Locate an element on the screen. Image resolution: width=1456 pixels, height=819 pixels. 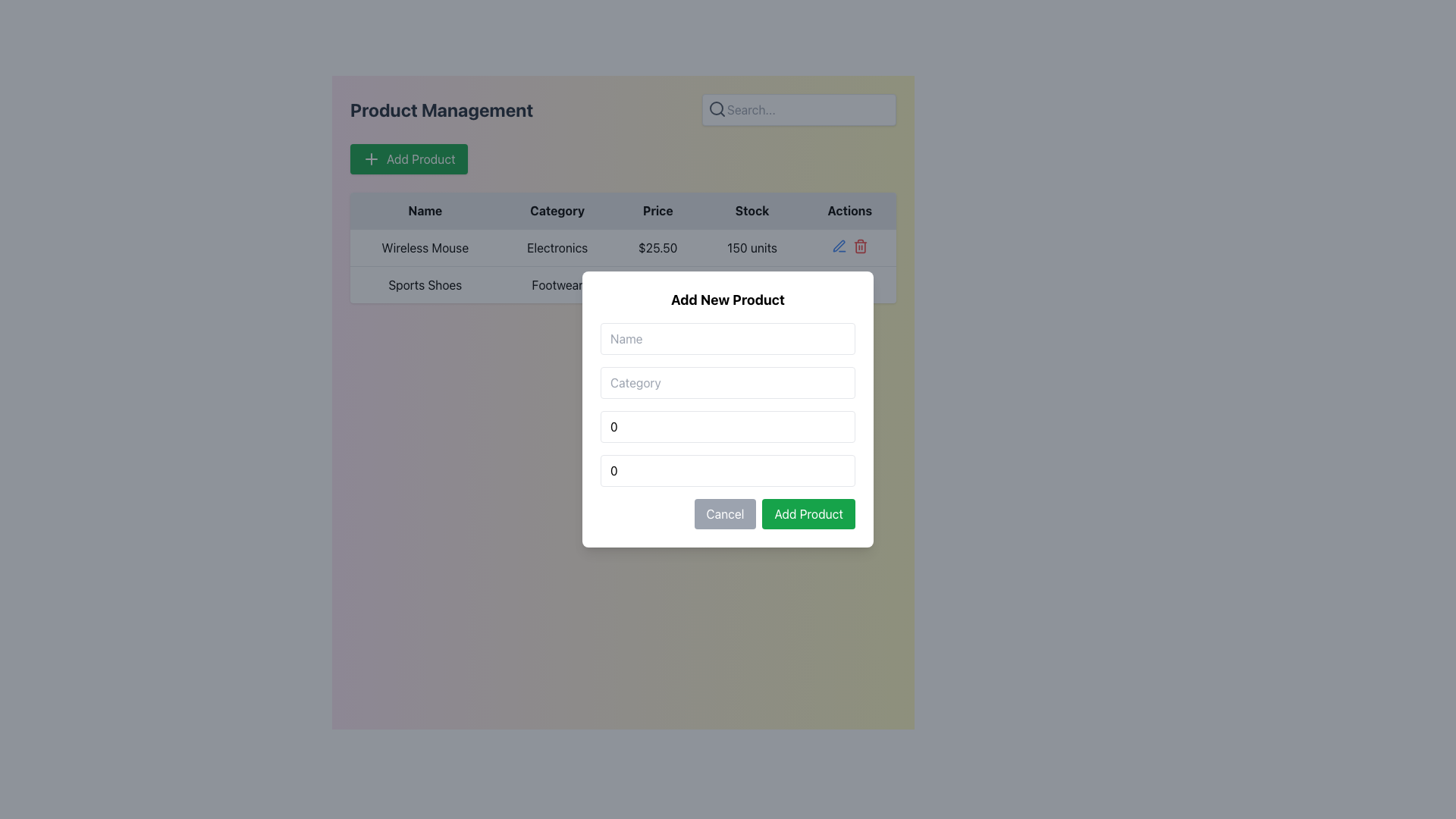
the 'Price' text label in bold, black font, which is the third element in the header row of a table structure used for column titles is located at coordinates (657, 211).